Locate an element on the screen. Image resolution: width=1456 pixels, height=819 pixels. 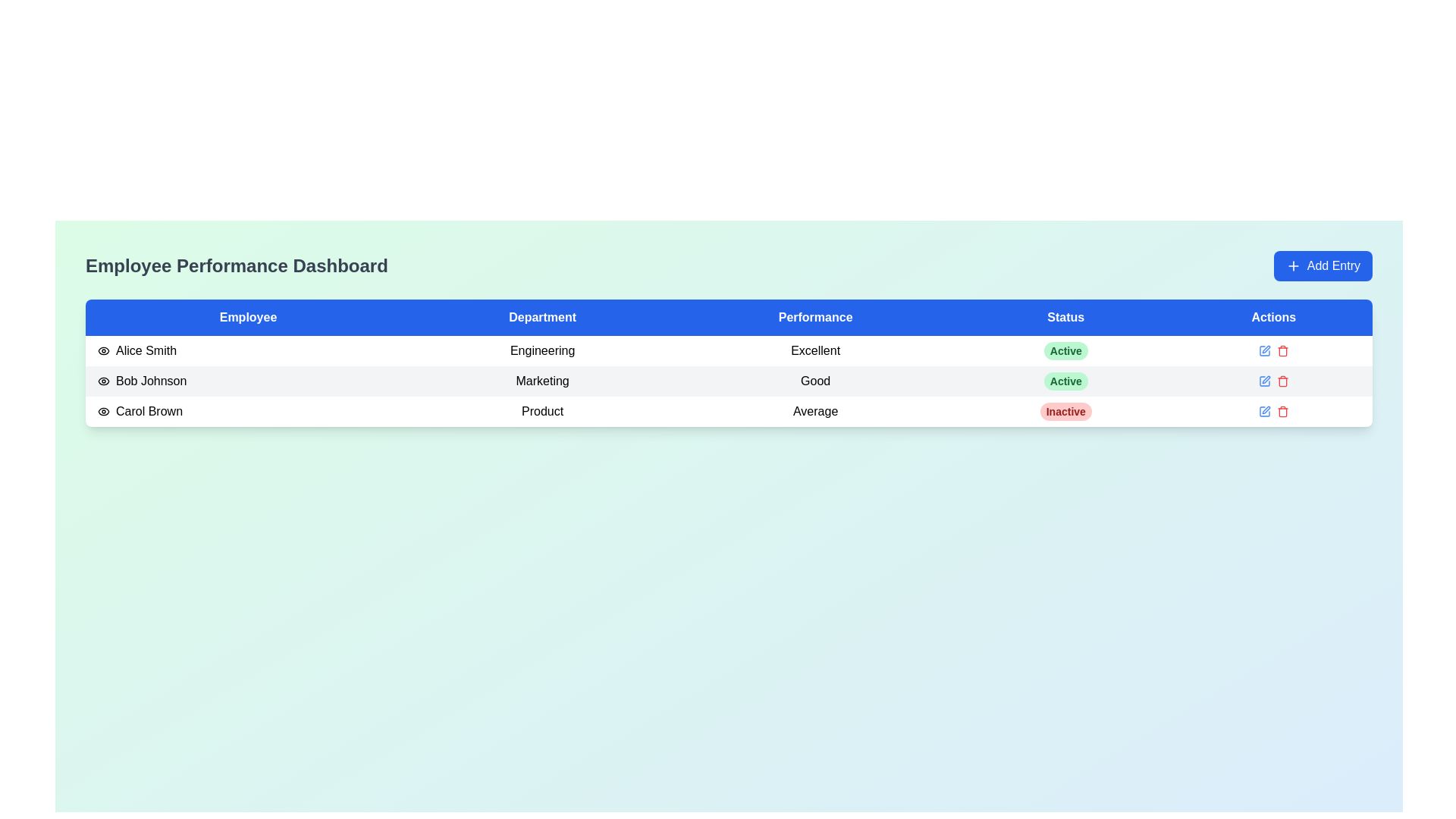
the small red-colored trash icon in the 'Actions' column of the last row in the table, which represents a delete action is located at coordinates (1282, 412).